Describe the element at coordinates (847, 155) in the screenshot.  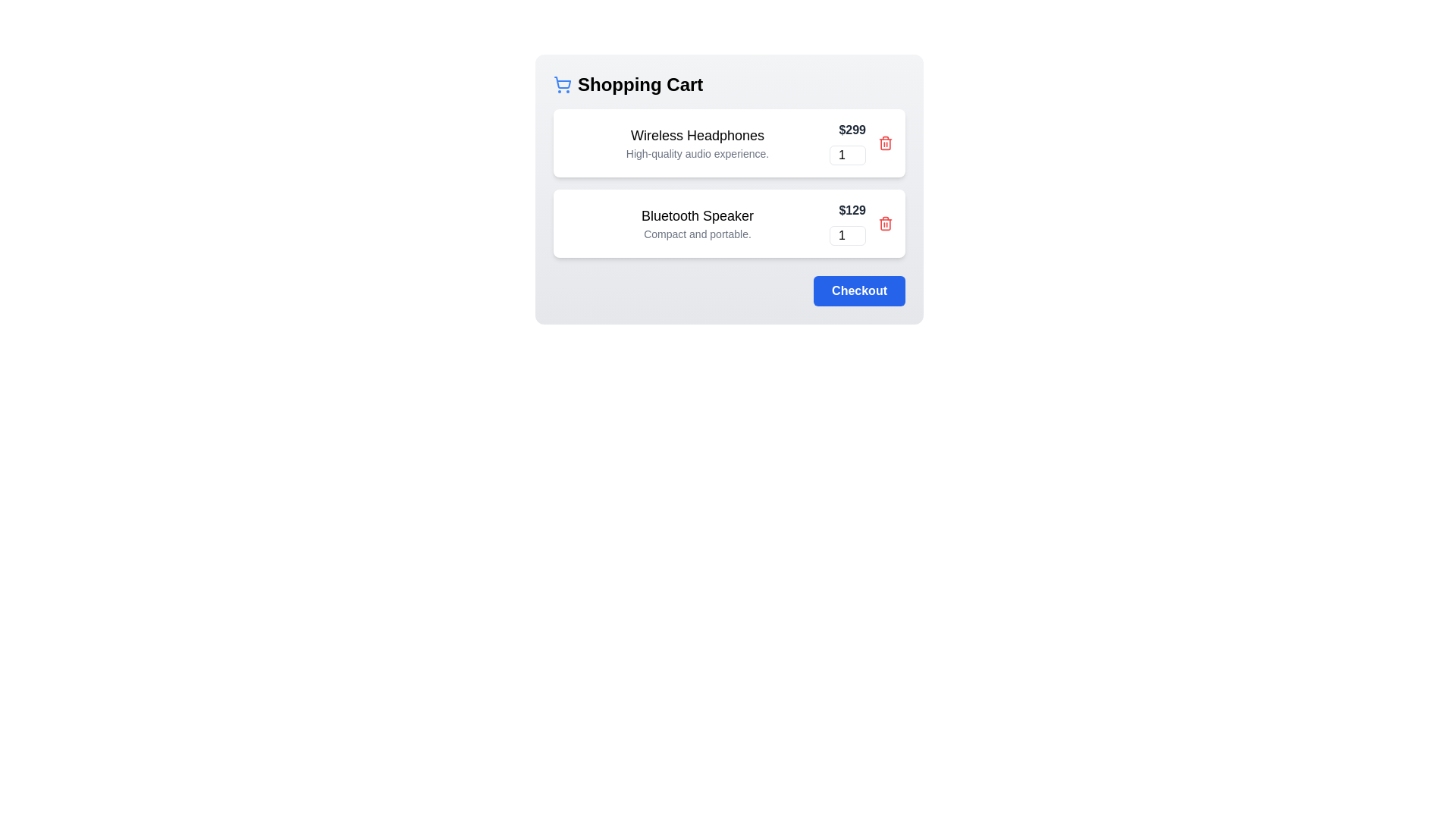
I see `the quantity of the item to 3 by interacting with the input field` at that location.